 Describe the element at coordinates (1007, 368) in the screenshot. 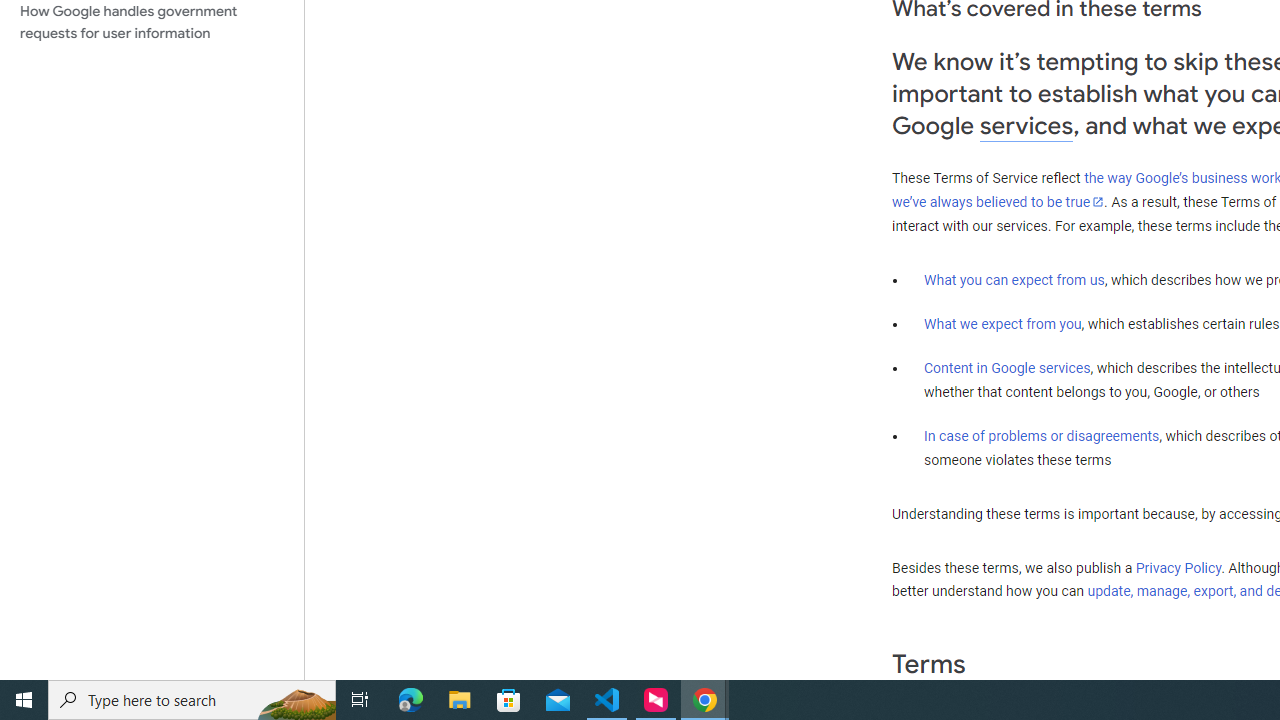

I see `'Content in Google services'` at that location.